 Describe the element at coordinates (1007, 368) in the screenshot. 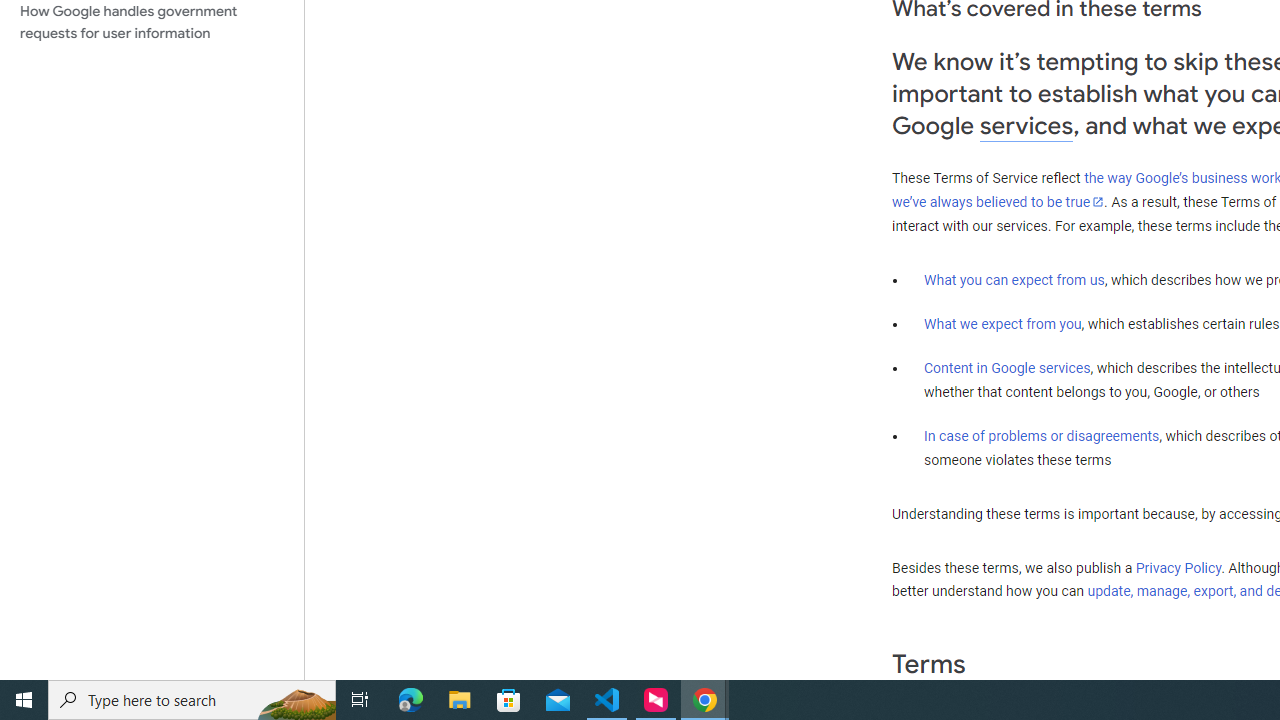

I see `'Content in Google services'` at that location.